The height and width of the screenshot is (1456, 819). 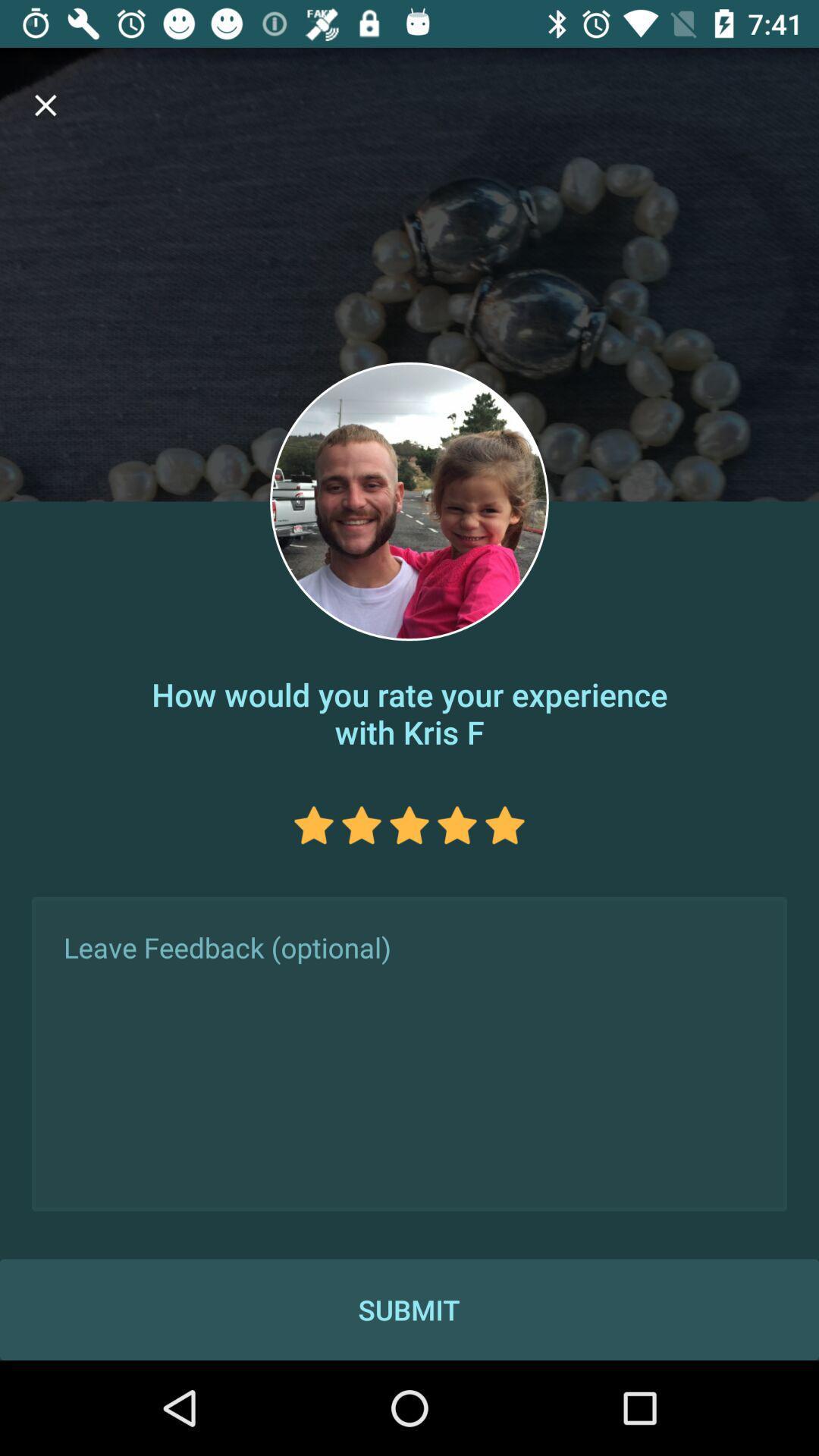 What do you see at coordinates (312, 824) in the screenshot?
I see `give one star rating` at bounding box center [312, 824].